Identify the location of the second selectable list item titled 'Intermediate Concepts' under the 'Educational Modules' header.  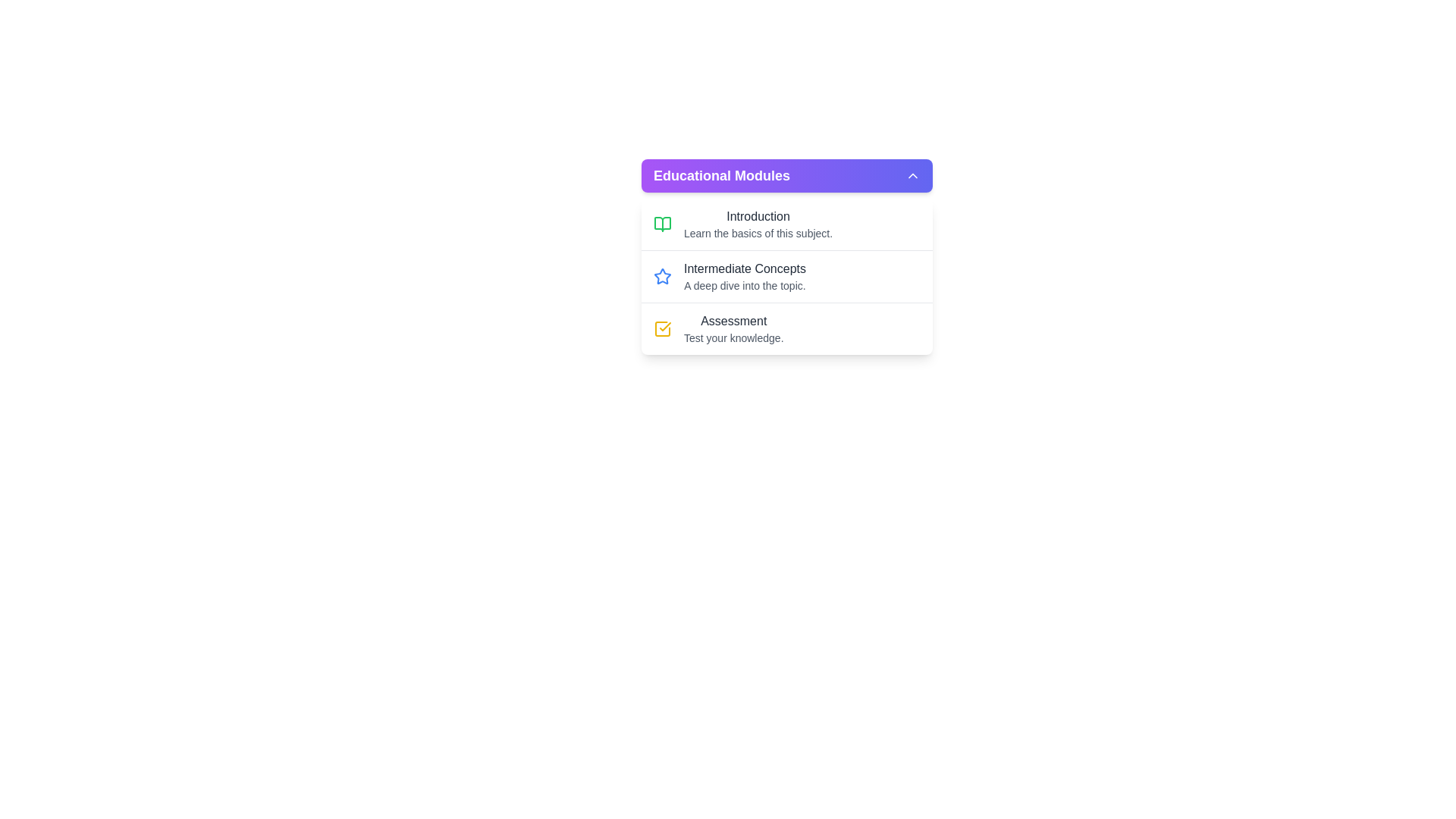
(786, 276).